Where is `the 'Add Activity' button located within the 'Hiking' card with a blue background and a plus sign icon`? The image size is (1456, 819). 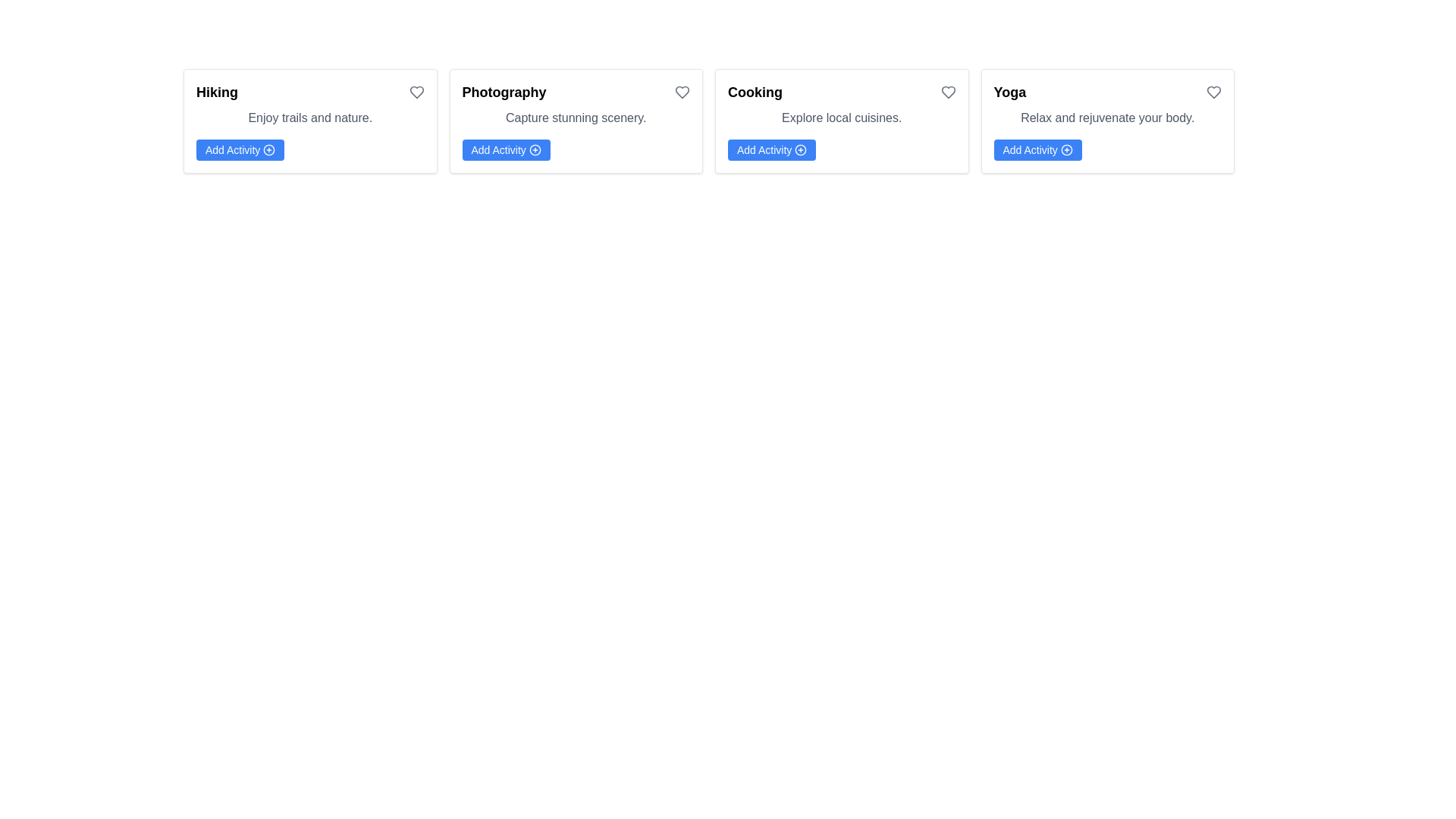 the 'Add Activity' button located within the 'Hiking' card with a blue background and a plus sign icon is located at coordinates (240, 149).